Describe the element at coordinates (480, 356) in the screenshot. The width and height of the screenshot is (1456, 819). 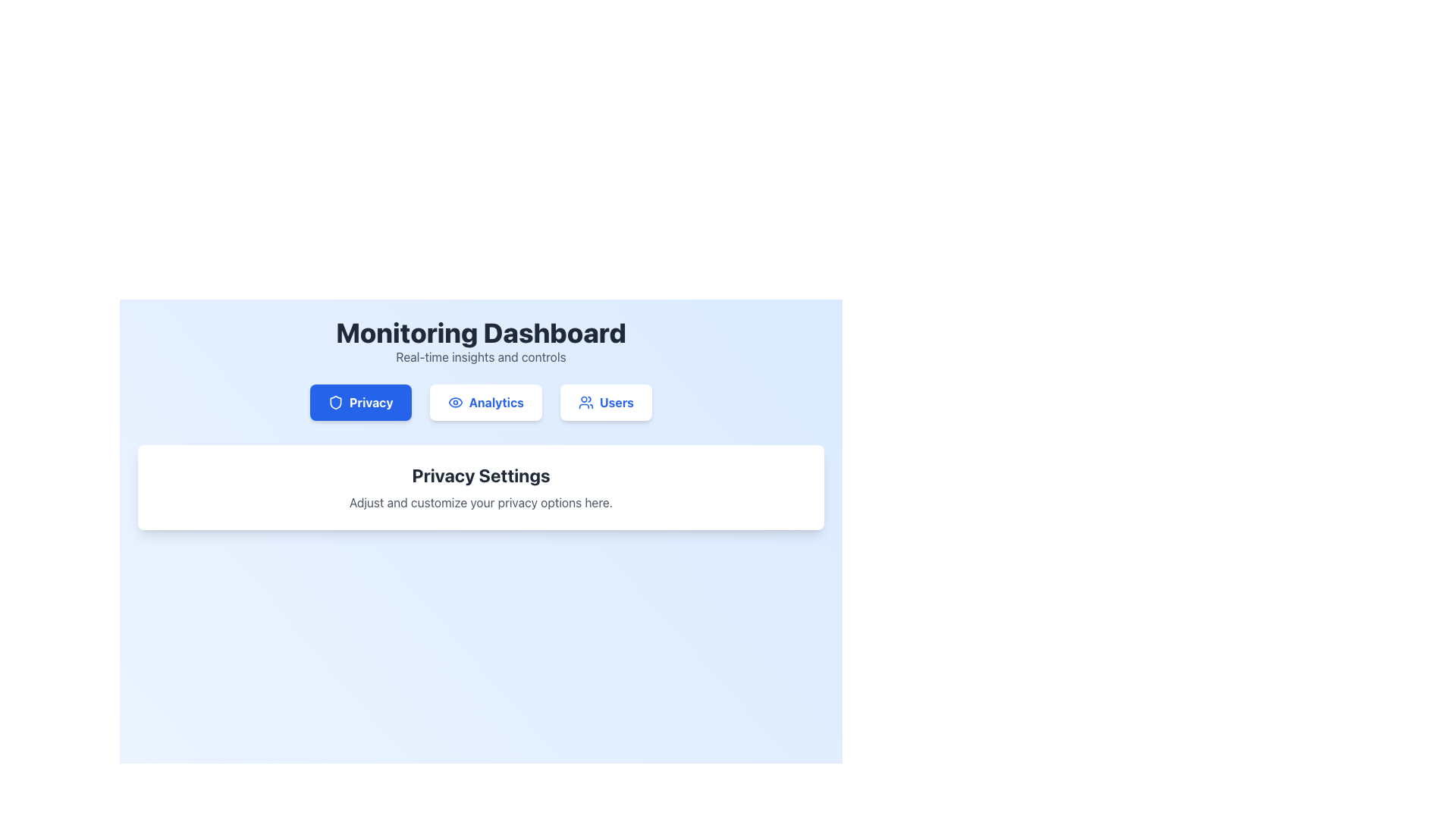
I see `the descriptive subtitle text label located beneath the main heading 'Monitoring Dashboard', which serves an informational purpose and is centrally aligned at the top of the interface` at that location.